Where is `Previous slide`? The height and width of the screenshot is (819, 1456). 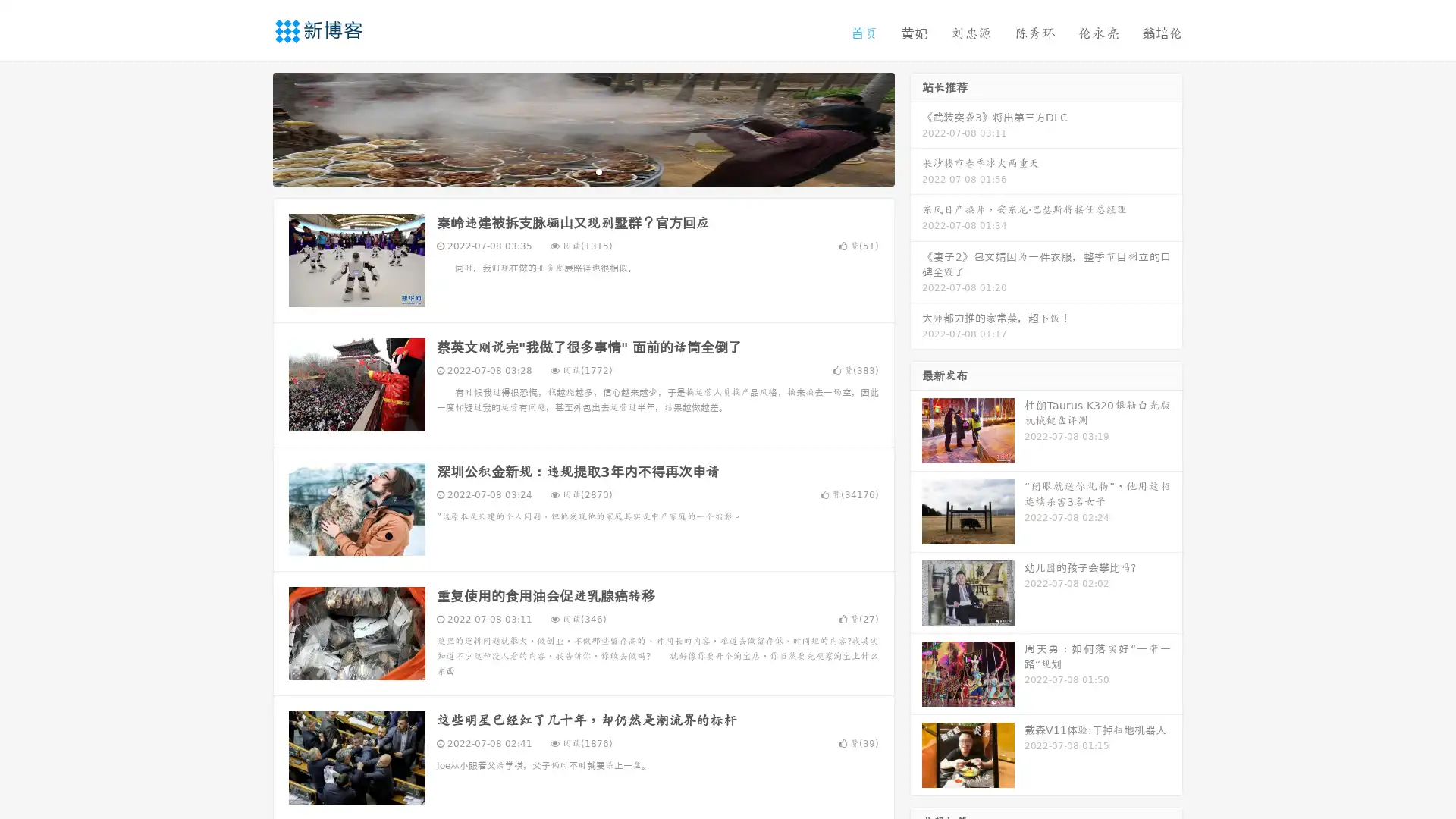
Previous slide is located at coordinates (250, 127).